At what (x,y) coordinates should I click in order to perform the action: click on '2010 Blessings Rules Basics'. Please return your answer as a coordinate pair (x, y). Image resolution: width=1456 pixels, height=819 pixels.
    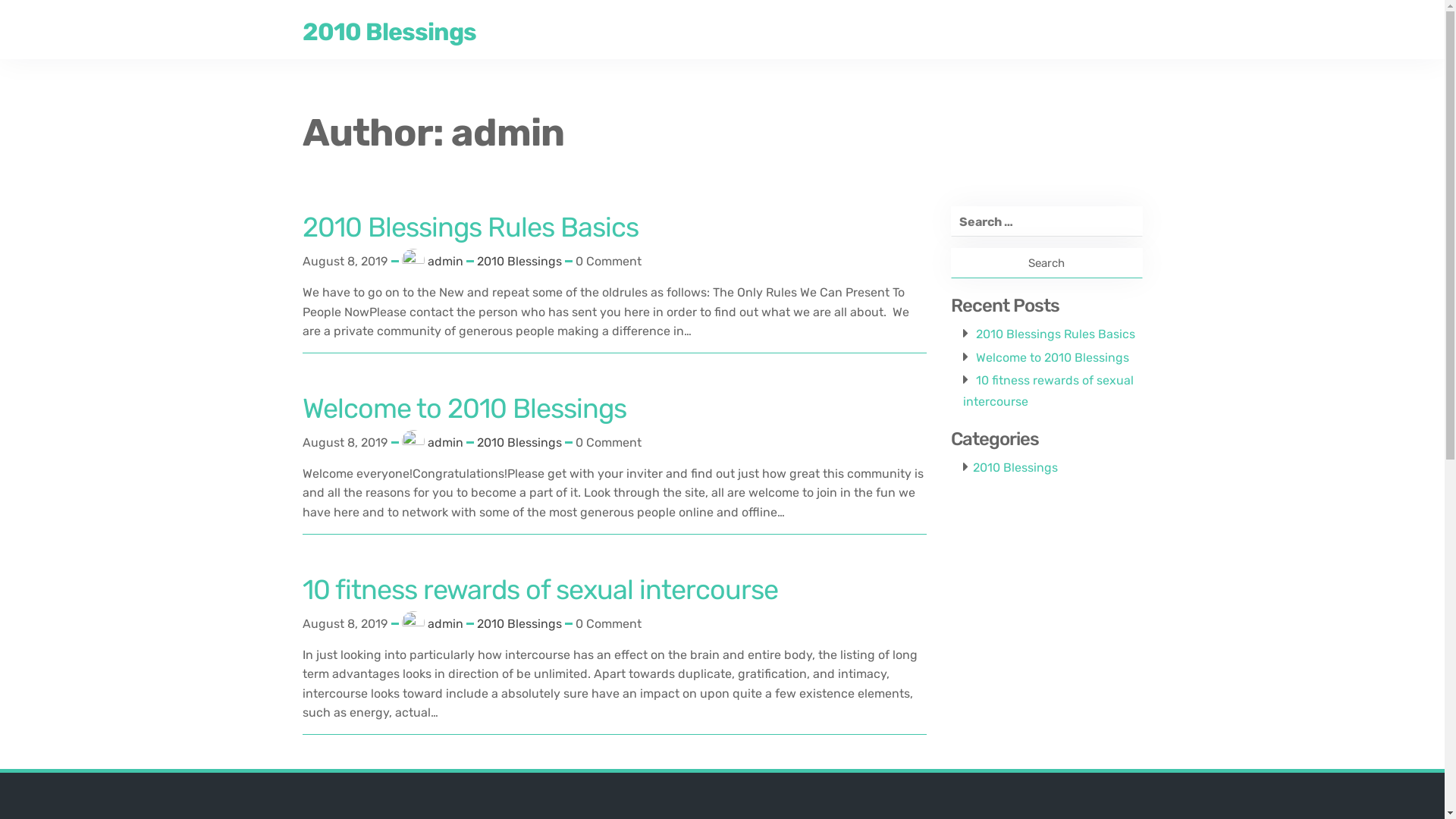
    Looking at the image, I should click on (1054, 333).